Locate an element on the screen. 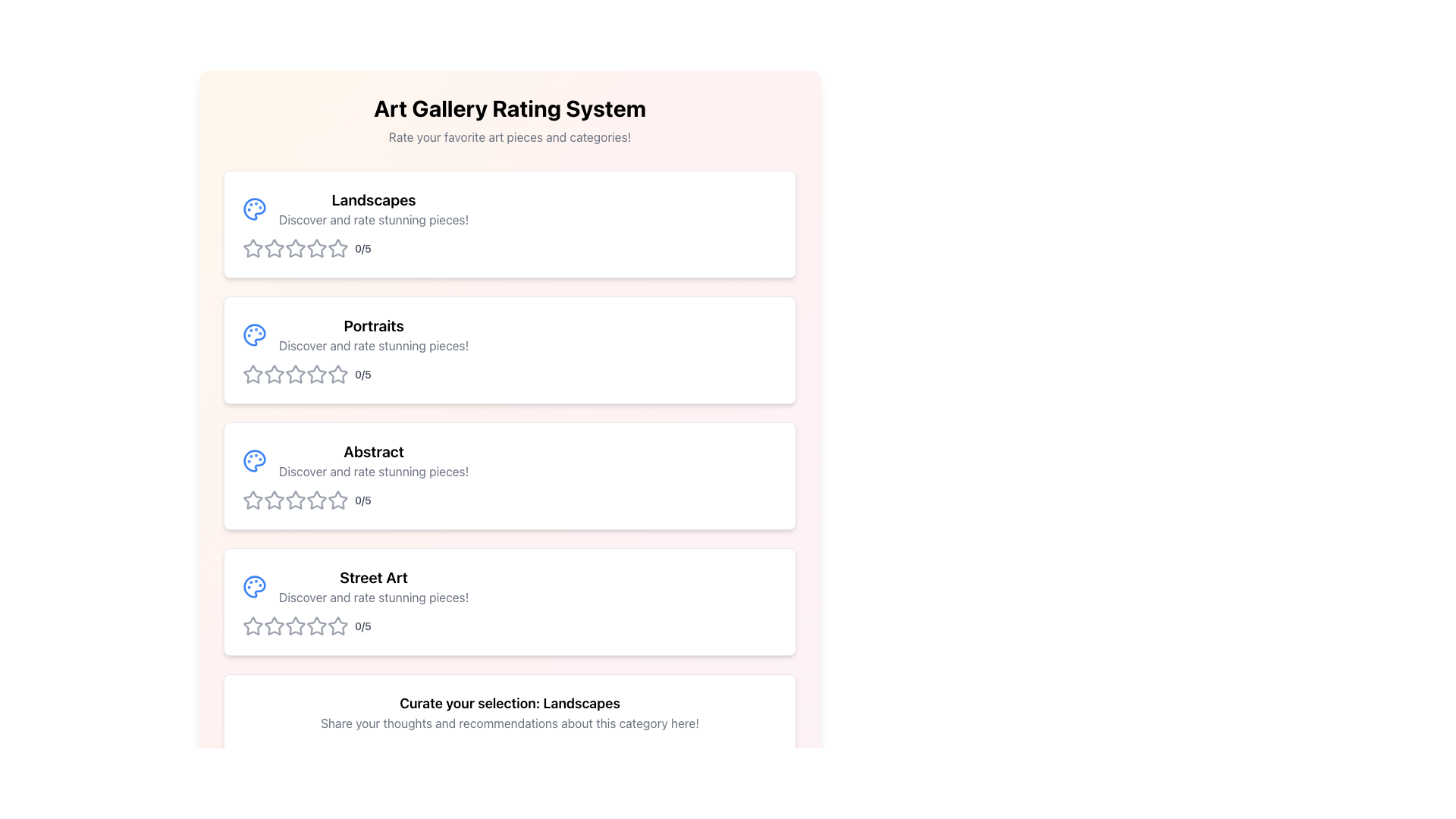 The image size is (1456, 819). the fifth star icon, which is part of the rating system under the 'Street Art' category is located at coordinates (337, 626).